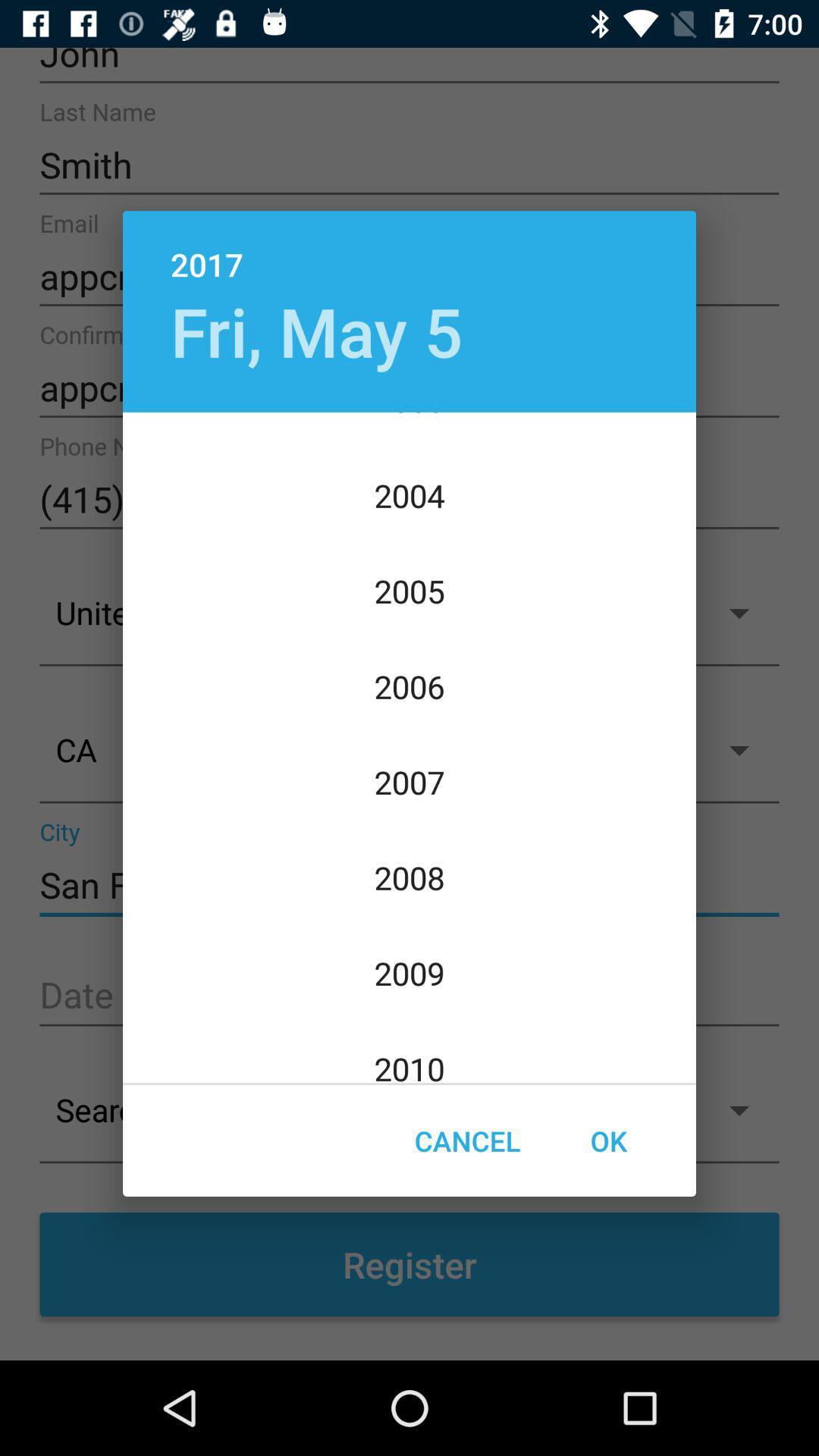  What do you see at coordinates (466, 1141) in the screenshot?
I see `item next to the ok icon` at bounding box center [466, 1141].